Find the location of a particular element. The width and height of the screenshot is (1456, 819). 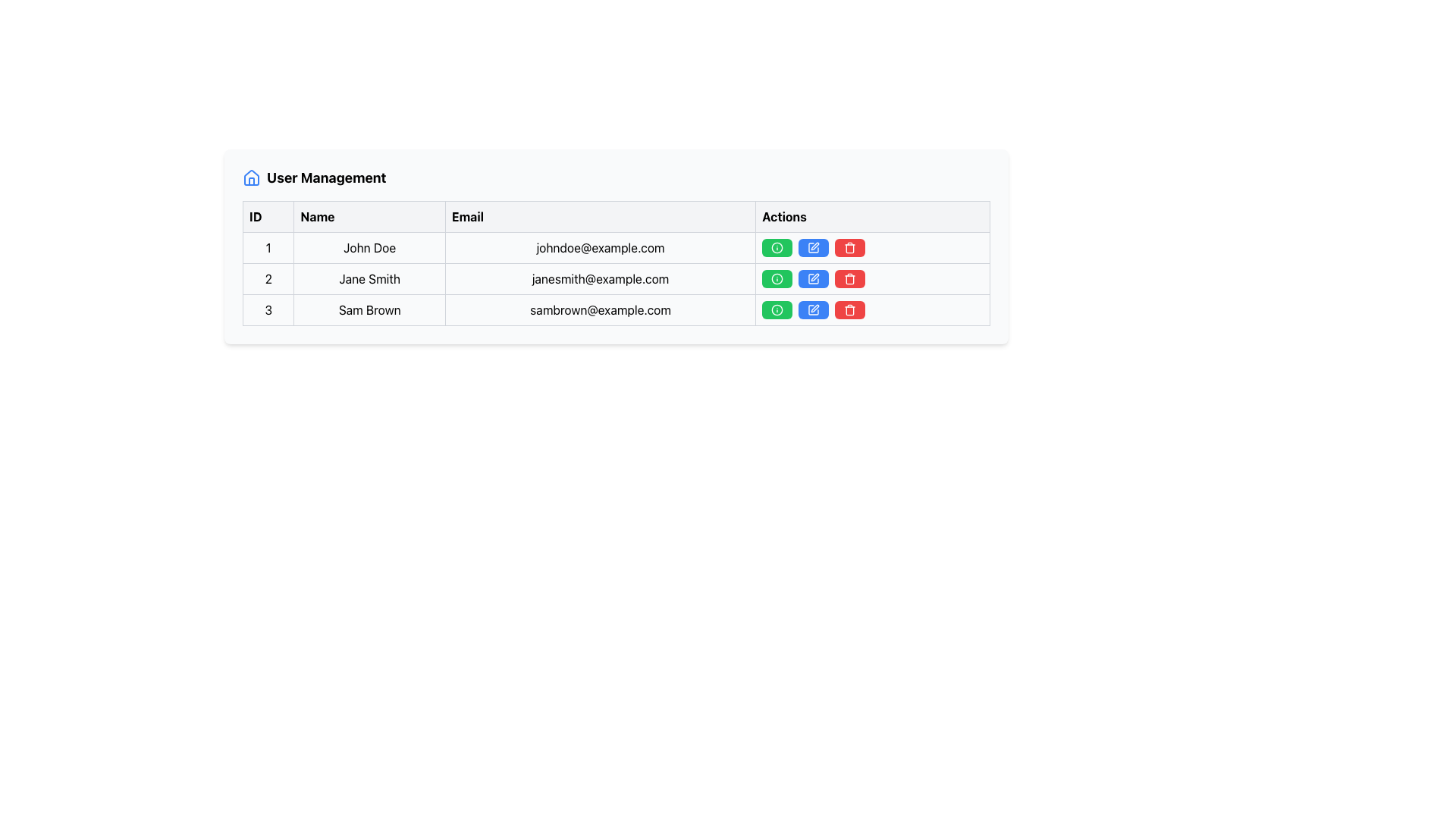

the leftmost icon in the 'Actions' column of the table, which is enclosed within a green rounded rectangle button to provide information or details related to the corresponding entry is located at coordinates (777, 247).